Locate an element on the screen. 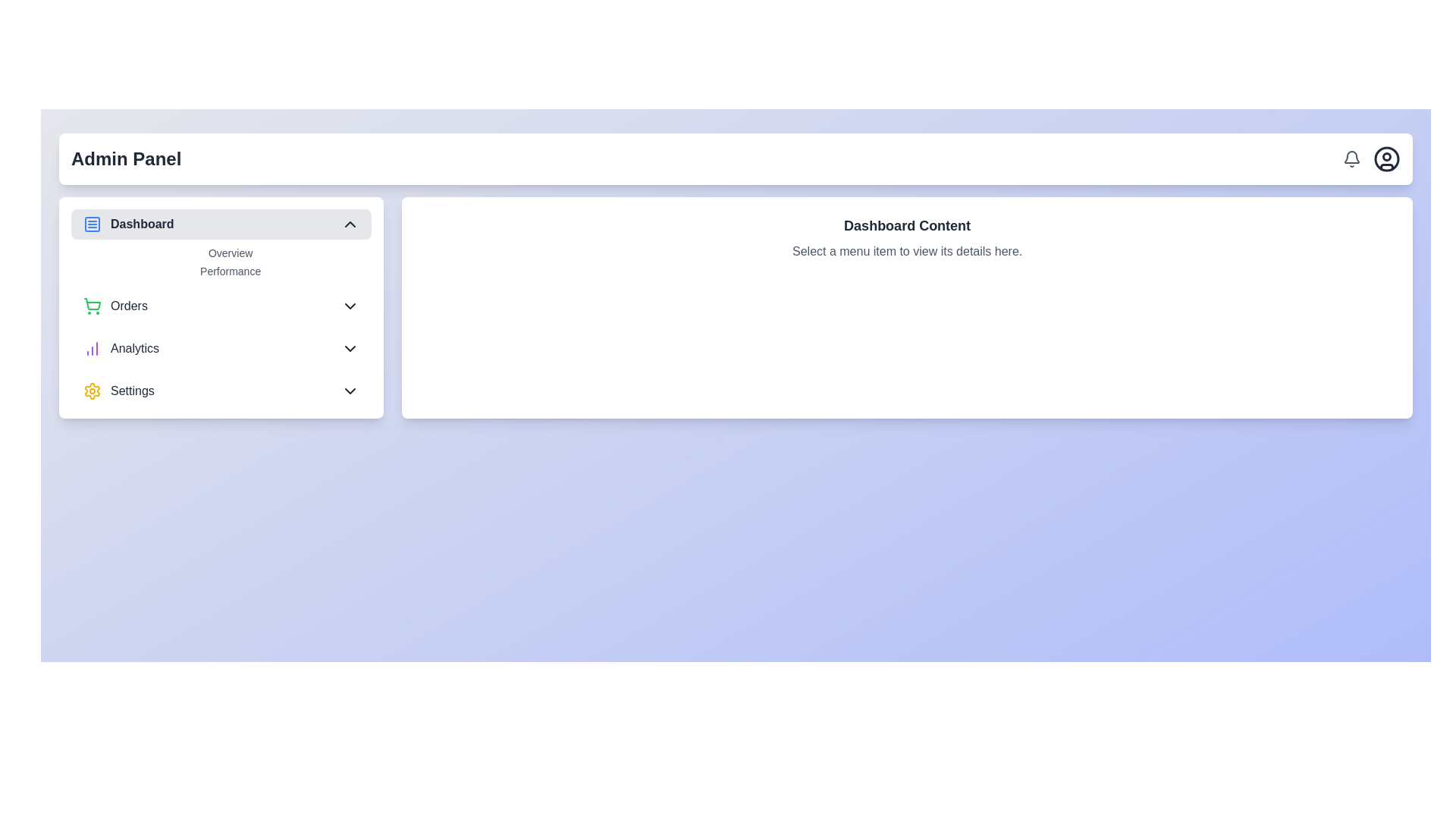  the 'Analytics' text label is located at coordinates (134, 348).